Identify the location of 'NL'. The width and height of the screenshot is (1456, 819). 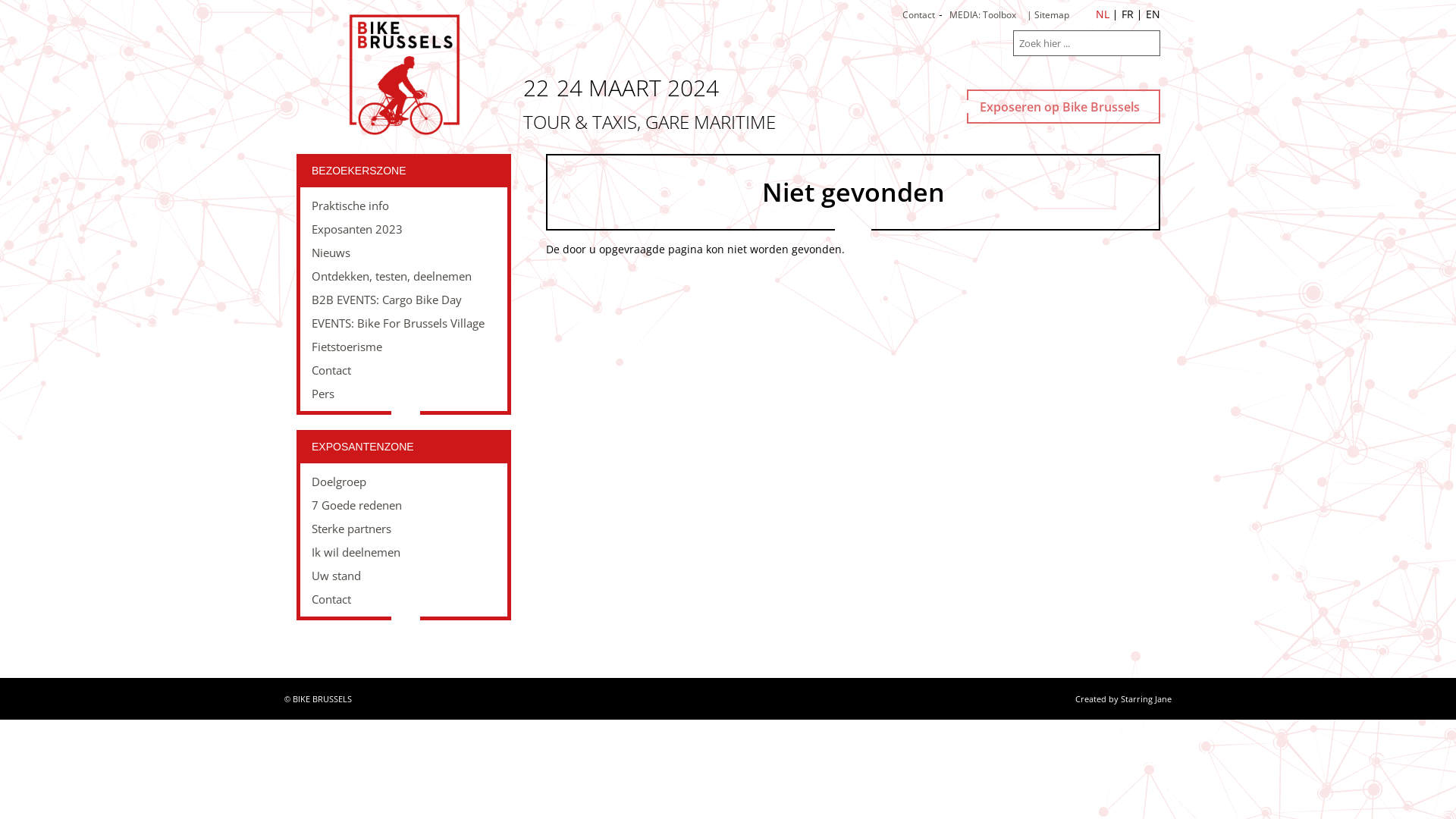
(1103, 14).